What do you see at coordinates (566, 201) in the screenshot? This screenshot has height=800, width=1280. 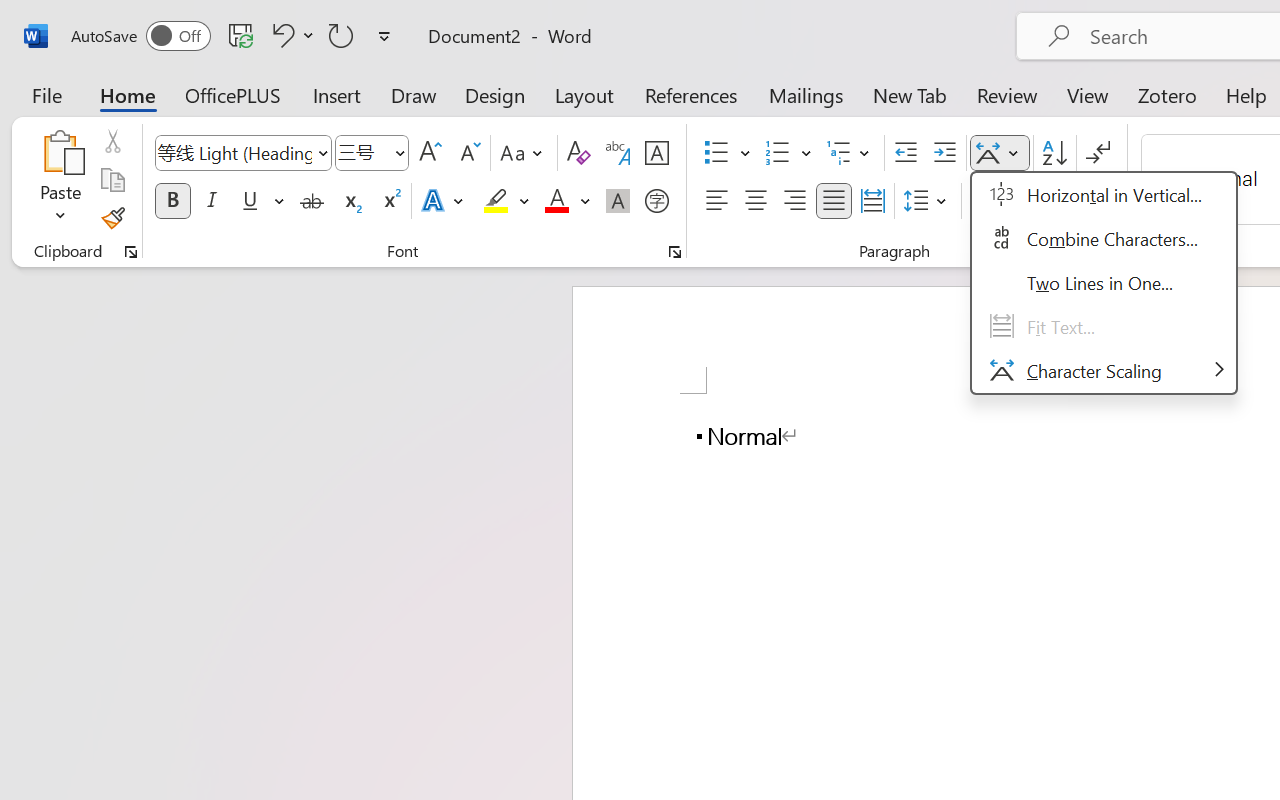 I see `'Font Color'` at bounding box center [566, 201].